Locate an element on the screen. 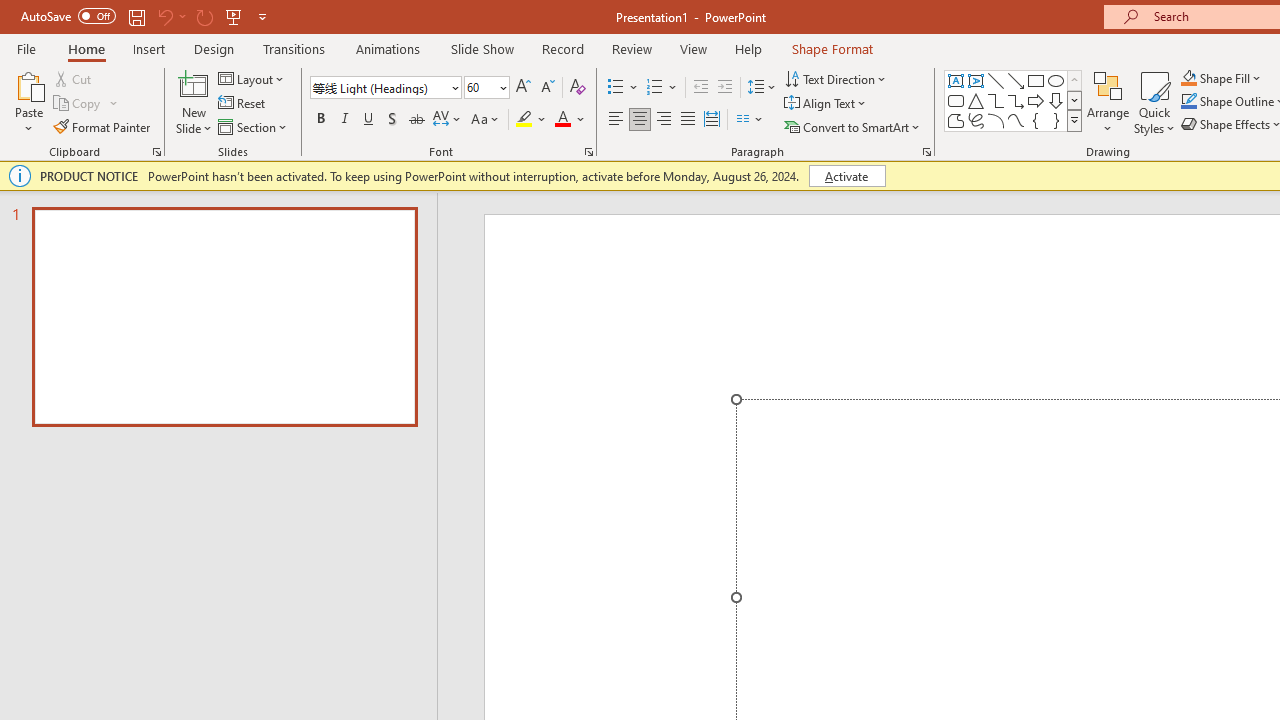 The image size is (1280, 720). 'Cut' is located at coordinates (74, 78).